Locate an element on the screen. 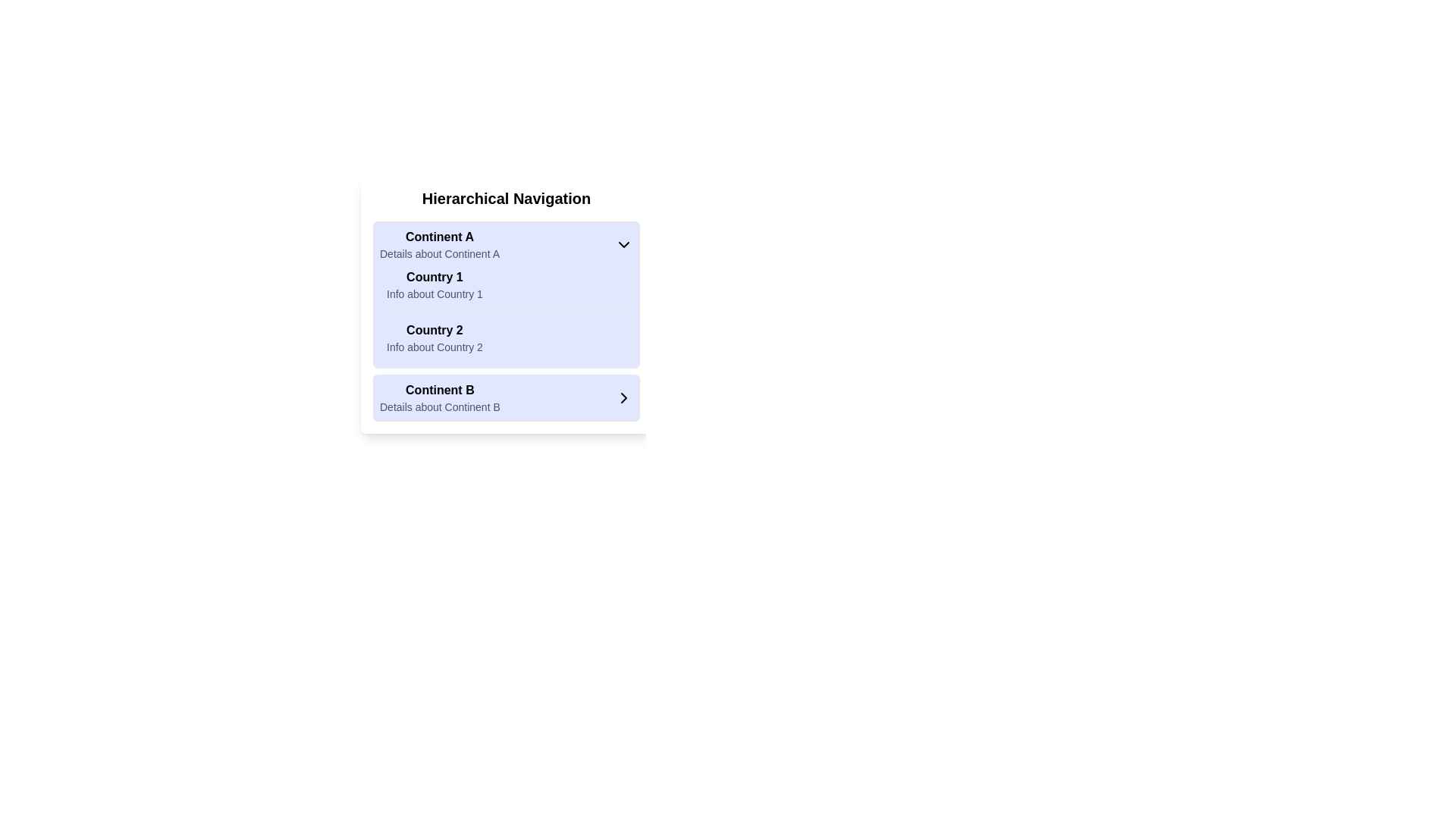  the hierarchical navigation list element to interact with its nested sections and headings is located at coordinates (506, 321).